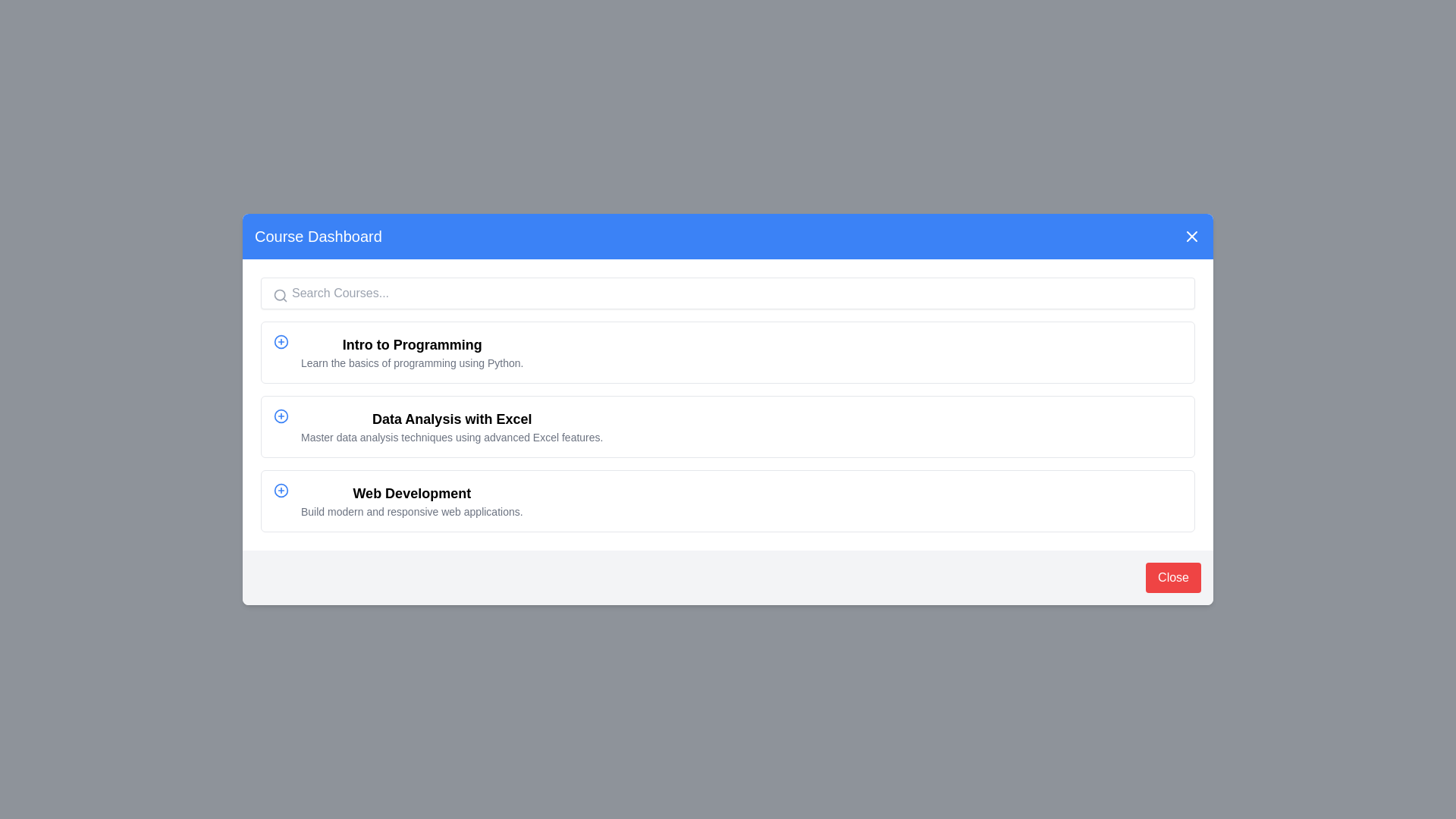 The width and height of the screenshot is (1456, 819). Describe the element at coordinates (726, 353) in the screenshot. I see `the first course card element in the dashboard interface` at that location.